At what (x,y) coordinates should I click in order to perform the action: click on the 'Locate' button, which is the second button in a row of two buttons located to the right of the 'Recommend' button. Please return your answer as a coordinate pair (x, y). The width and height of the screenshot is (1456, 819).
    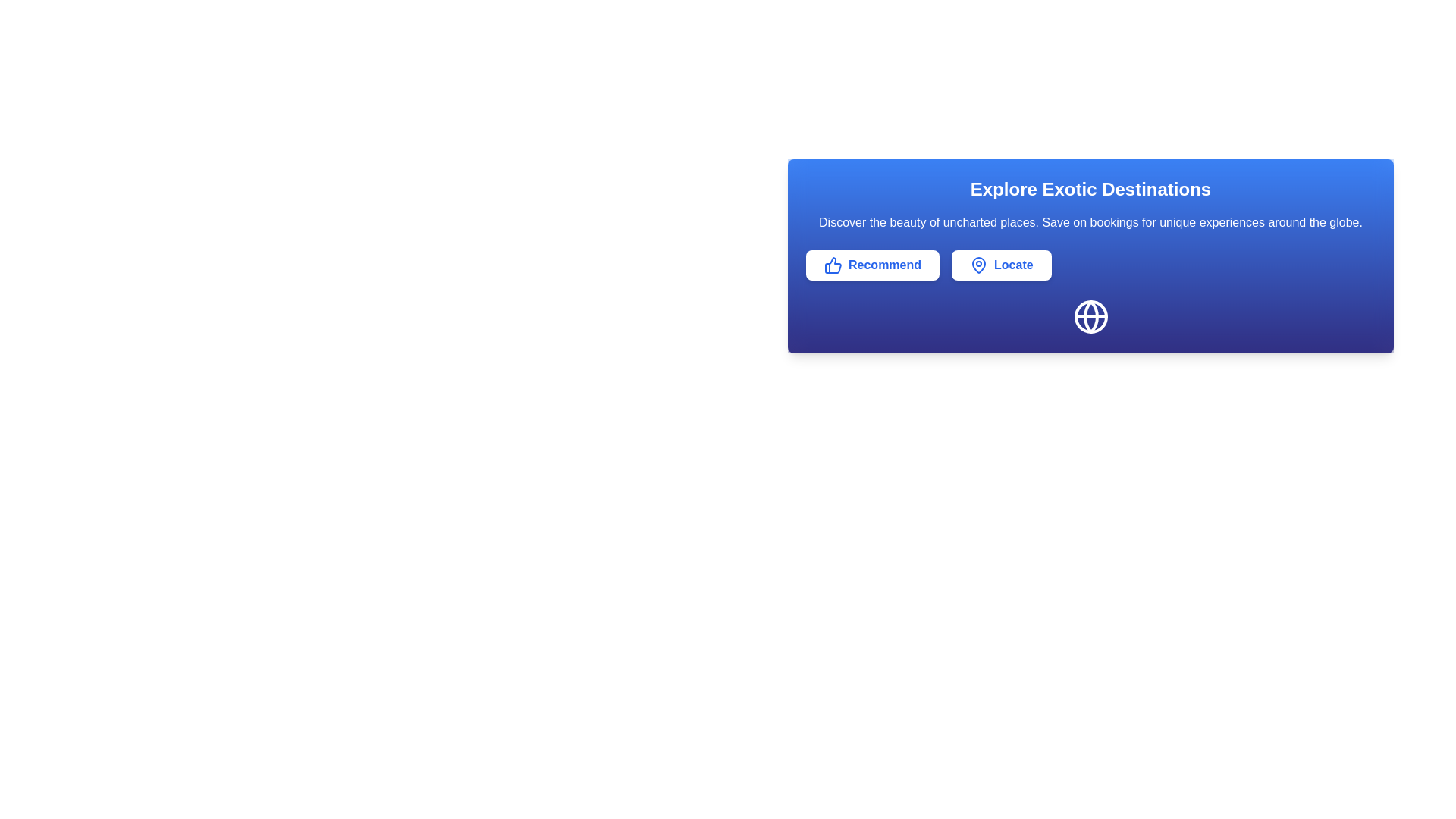
    Looking at the image, I should click on (1001, 265).